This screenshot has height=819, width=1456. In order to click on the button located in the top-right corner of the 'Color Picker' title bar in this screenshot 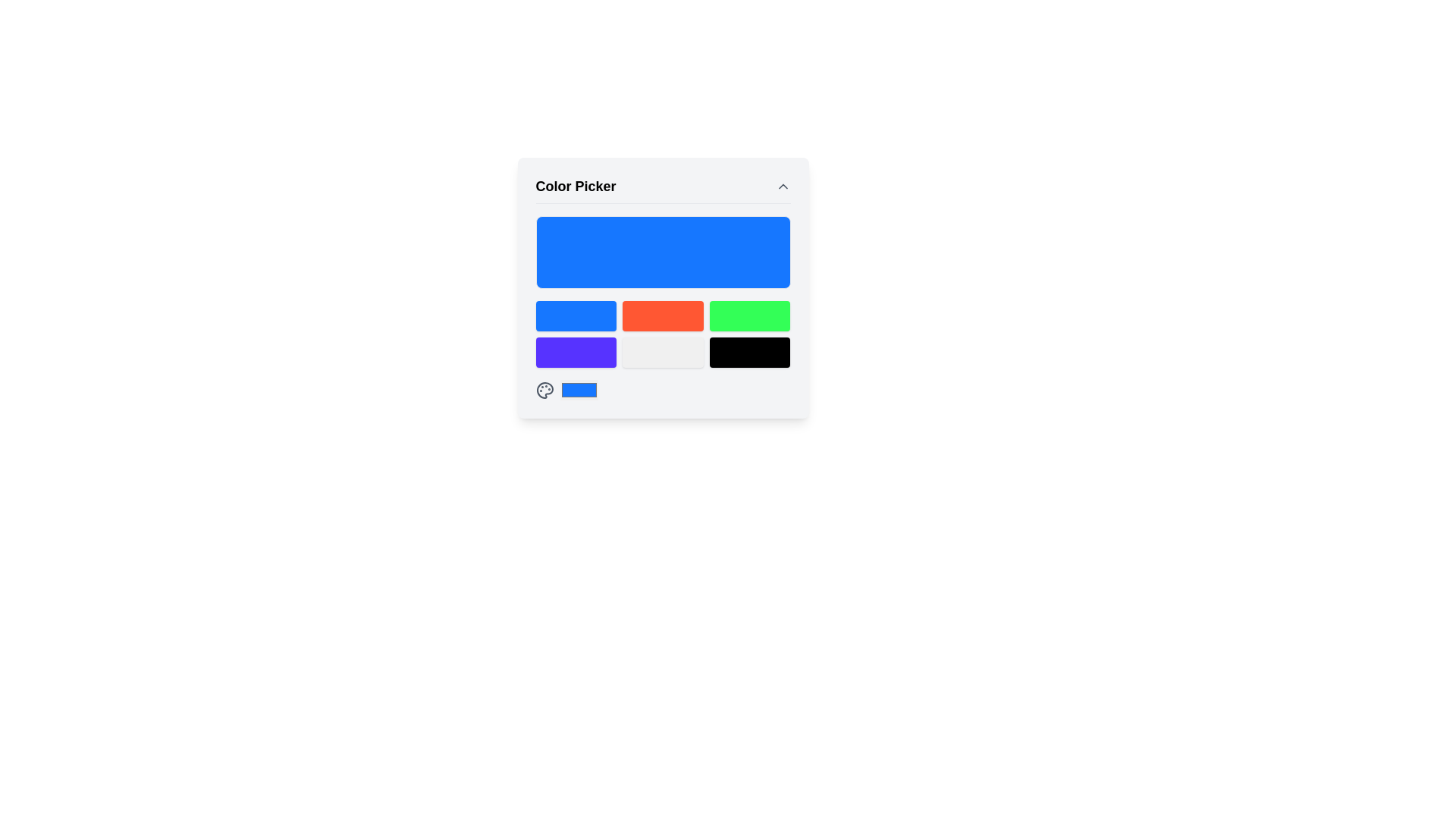, I will do `click(783, 186)`.